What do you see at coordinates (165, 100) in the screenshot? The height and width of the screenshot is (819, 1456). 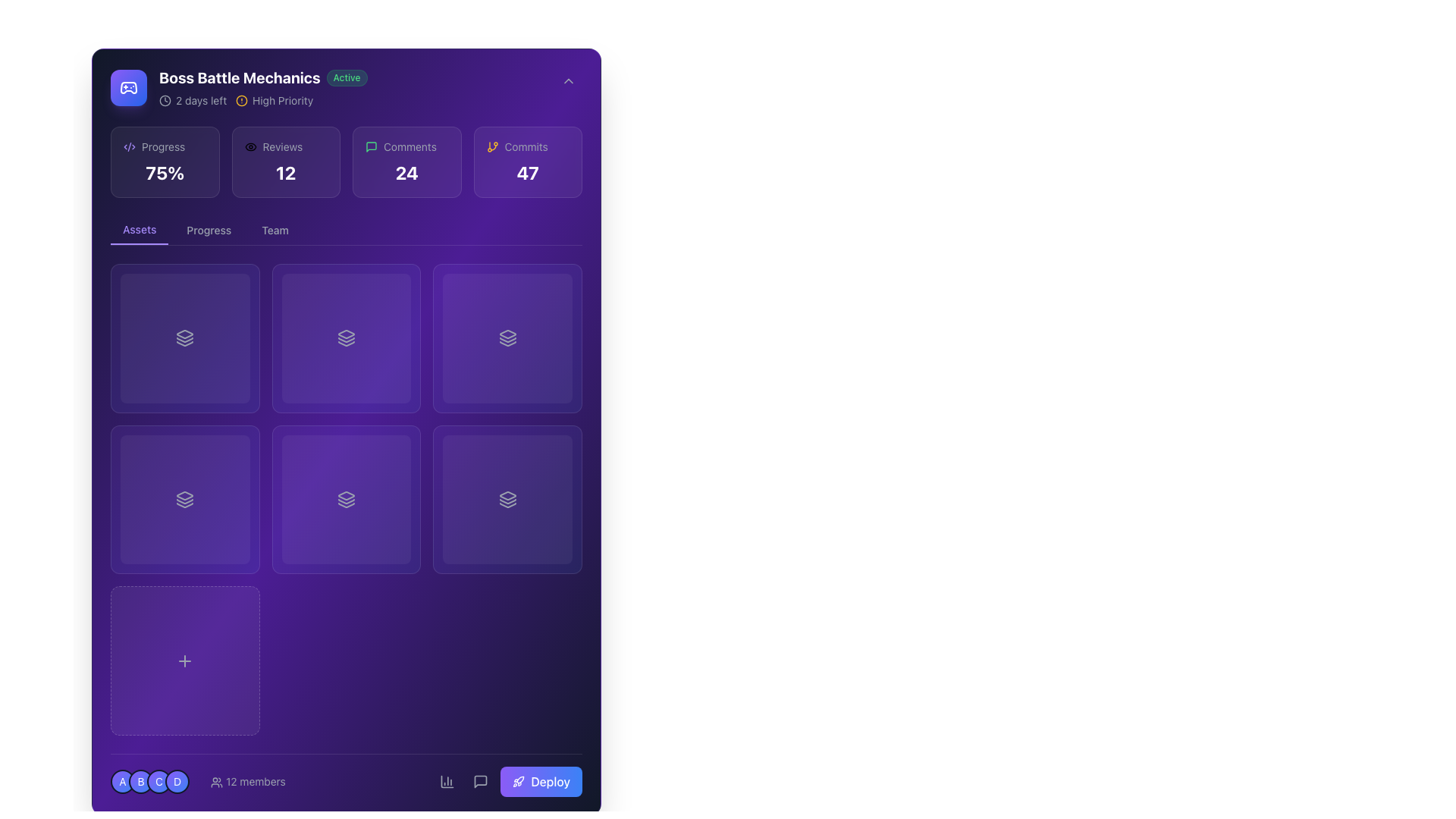 I see `the SVG Circle that represents the clock face's boundary within the clock icon located in the top-left section of the interface` at bounding box center [165, 100].